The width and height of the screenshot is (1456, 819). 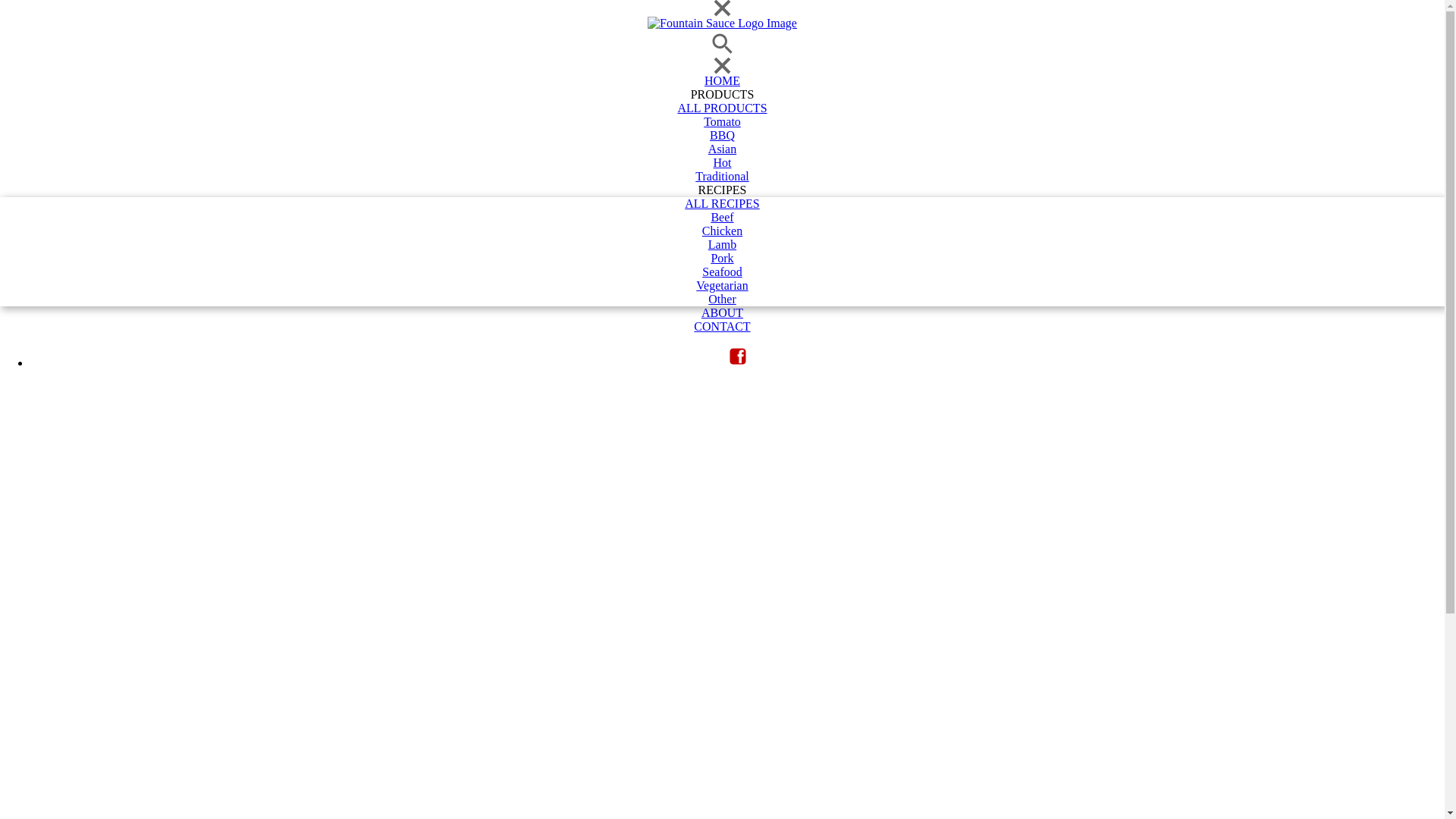 What do you see at coordinates (0, 326) in the screenshot?
I see `'CONTACT'` at bounding box center [0, 326].